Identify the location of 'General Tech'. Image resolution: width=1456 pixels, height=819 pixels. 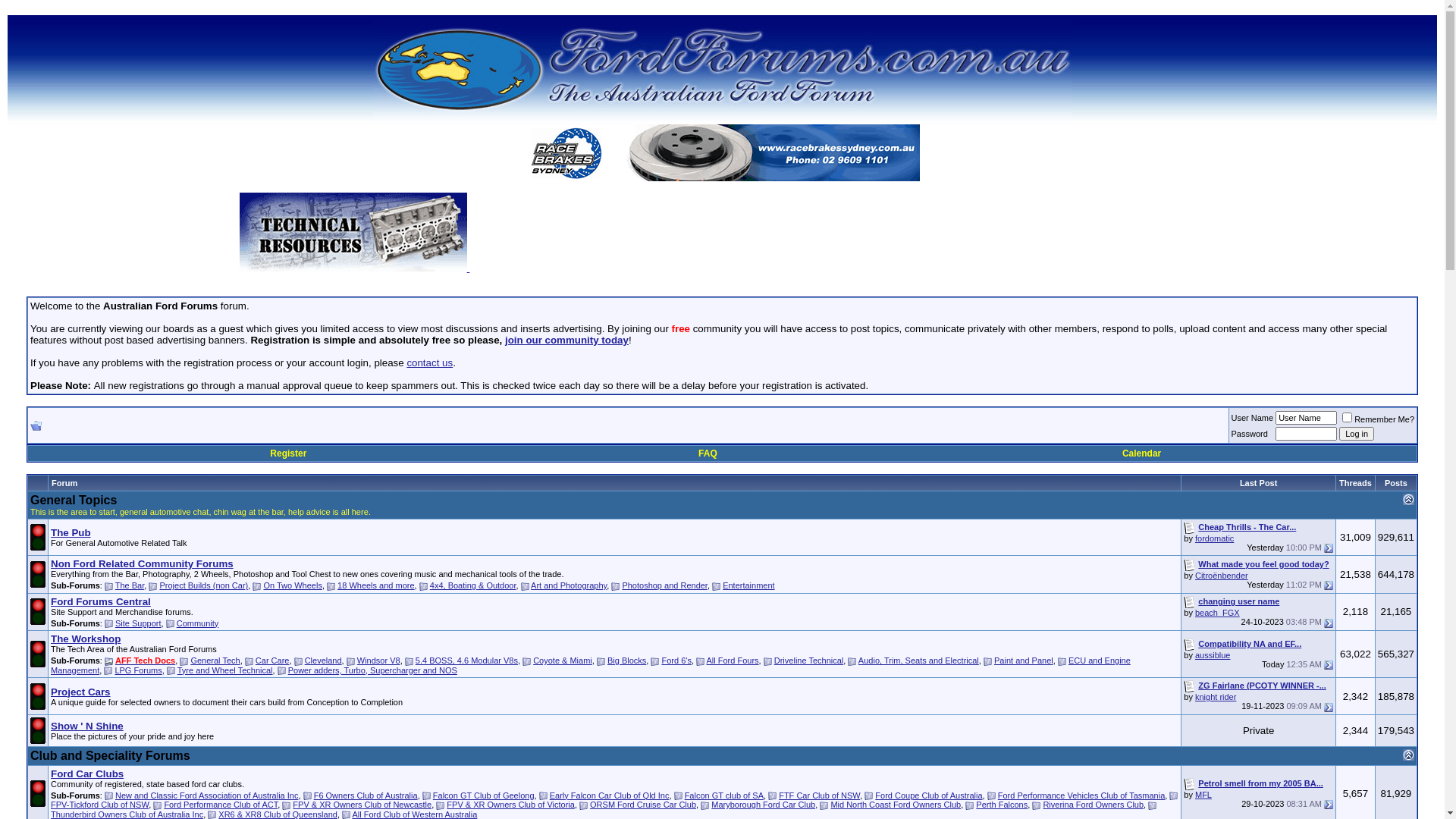
(214, 660).